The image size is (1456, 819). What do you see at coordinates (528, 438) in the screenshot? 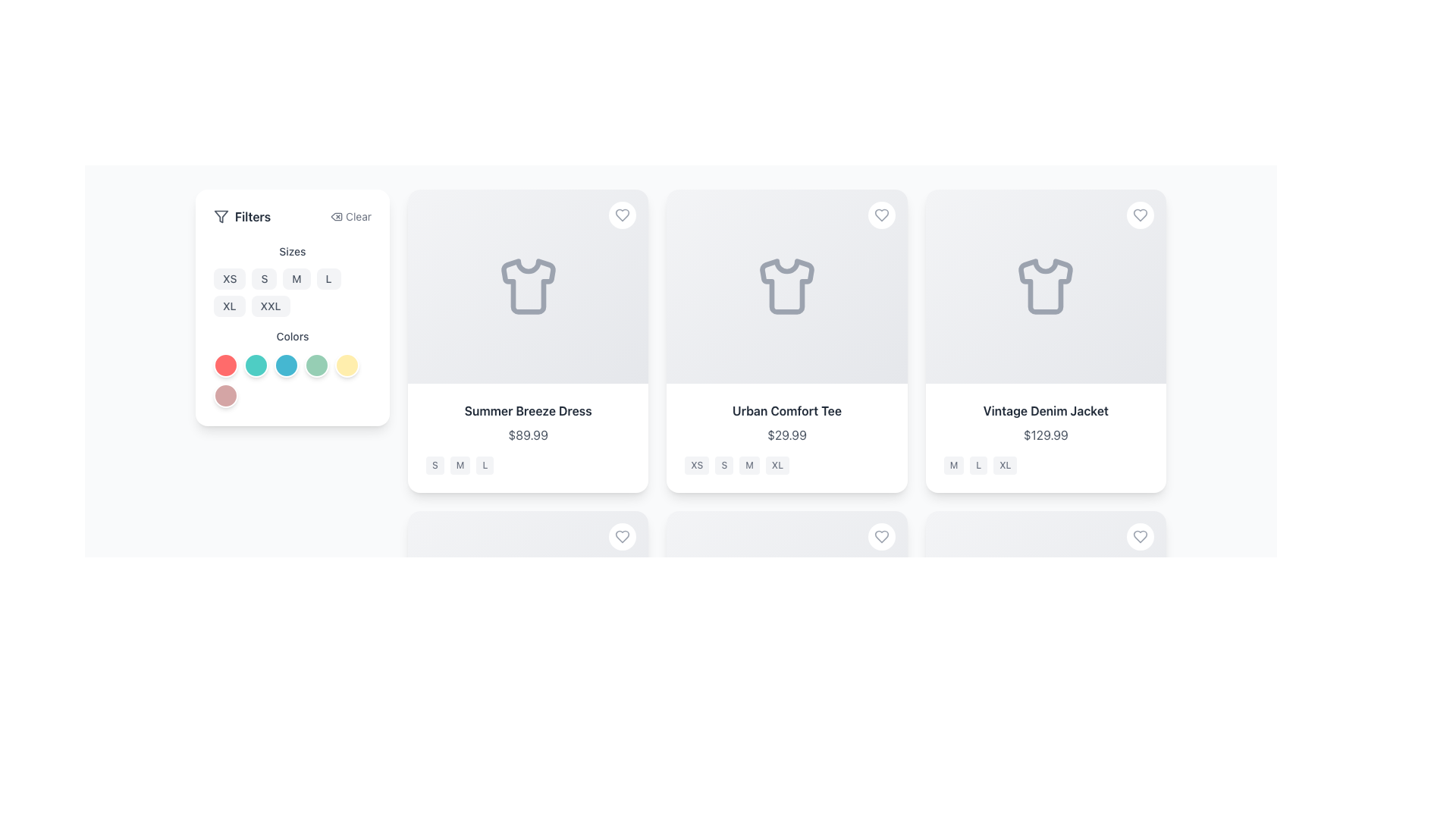
I see `the center of the Product Information Display, which shows product details like name, price, and sizes` at bounding box center [528, 438].